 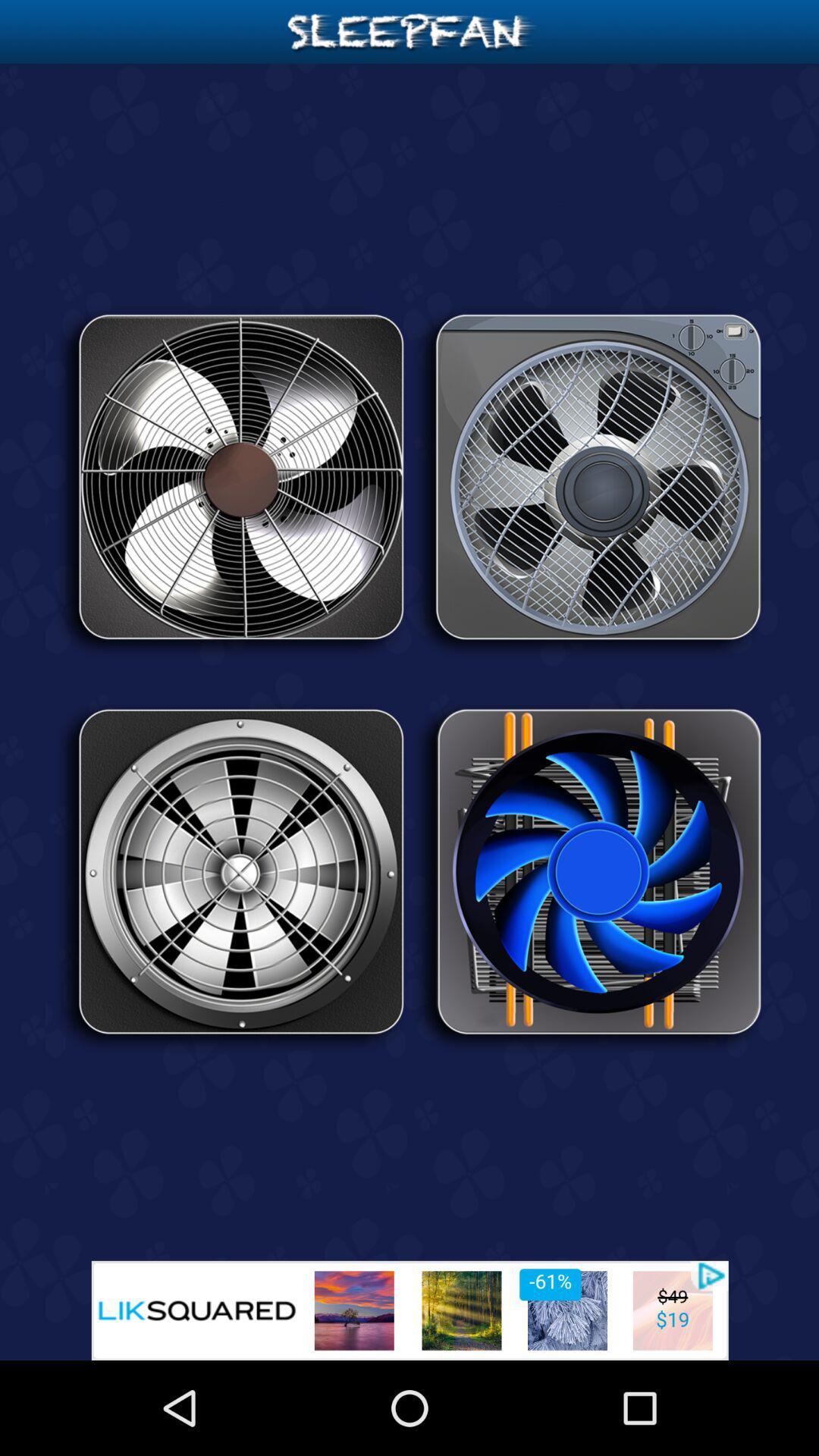 What do you see at coordinates (409, 1310) in the screenshot?
I see `advertisement space` at bounding box center [409, 1310].